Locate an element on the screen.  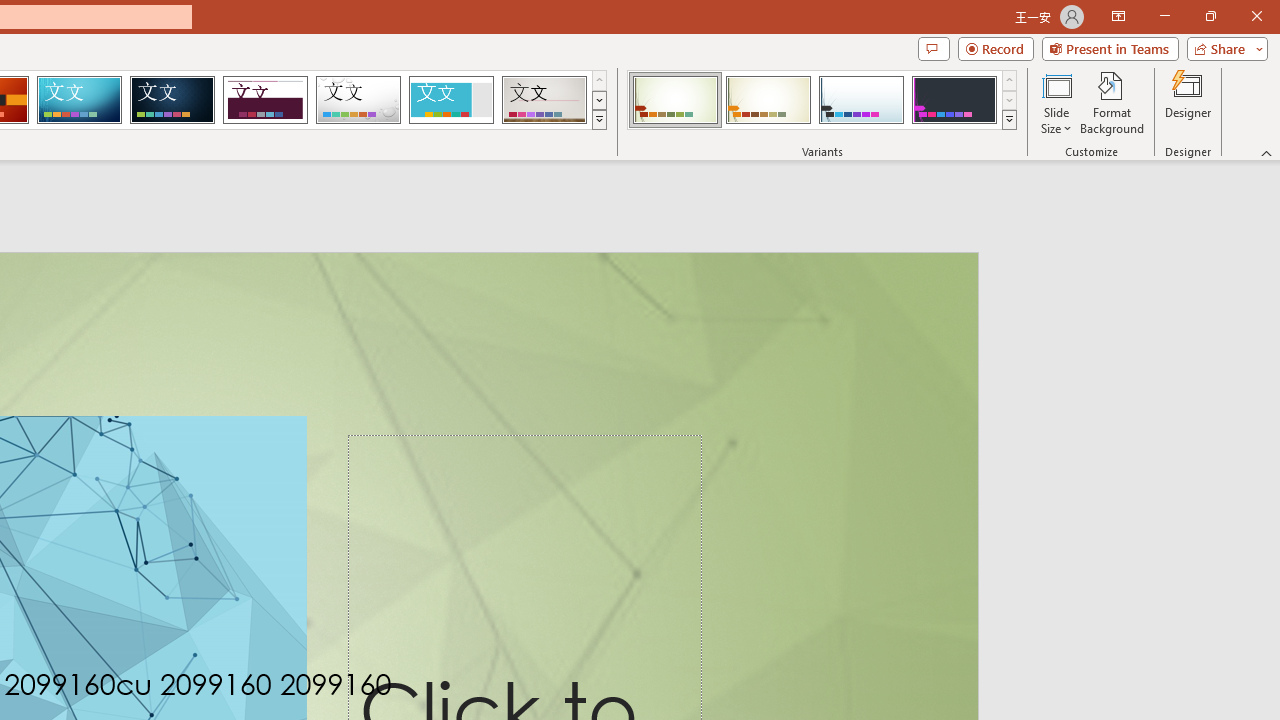
'Dividend Loading Preview...' is located at coordinates (264, 100).